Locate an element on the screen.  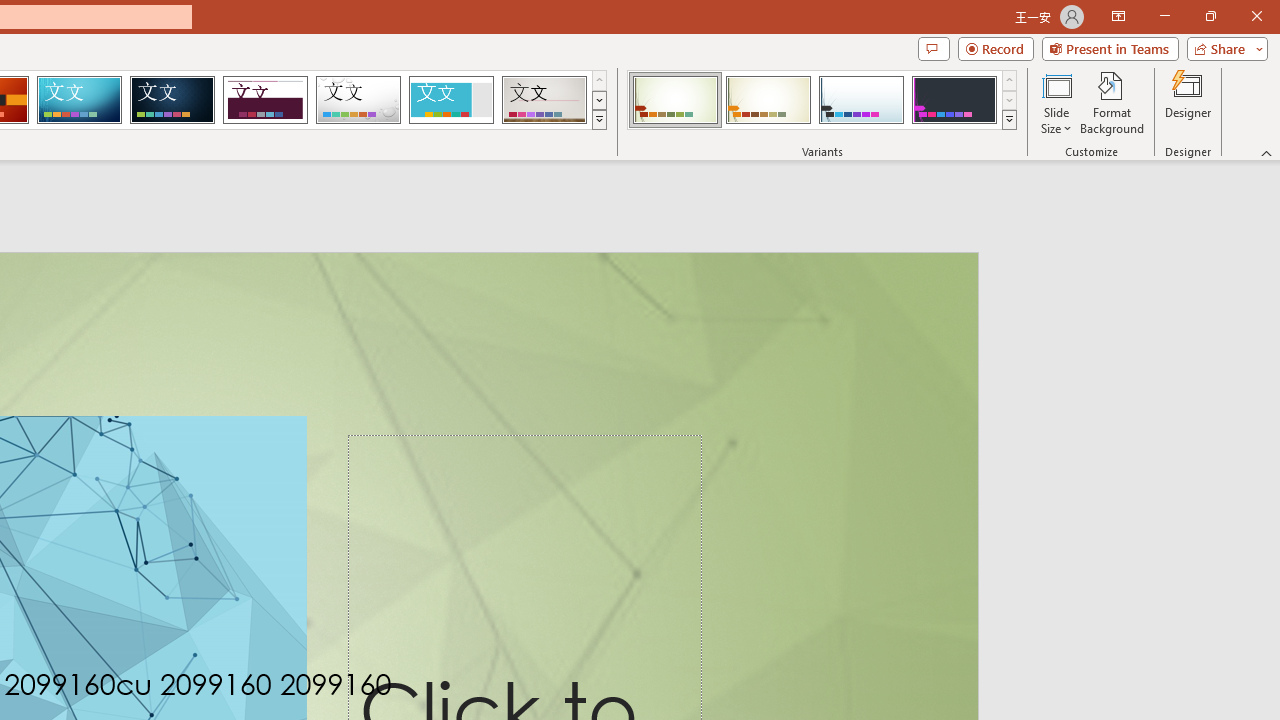
'Dividend Loading Preview...' is located at coordinates (264, 100).